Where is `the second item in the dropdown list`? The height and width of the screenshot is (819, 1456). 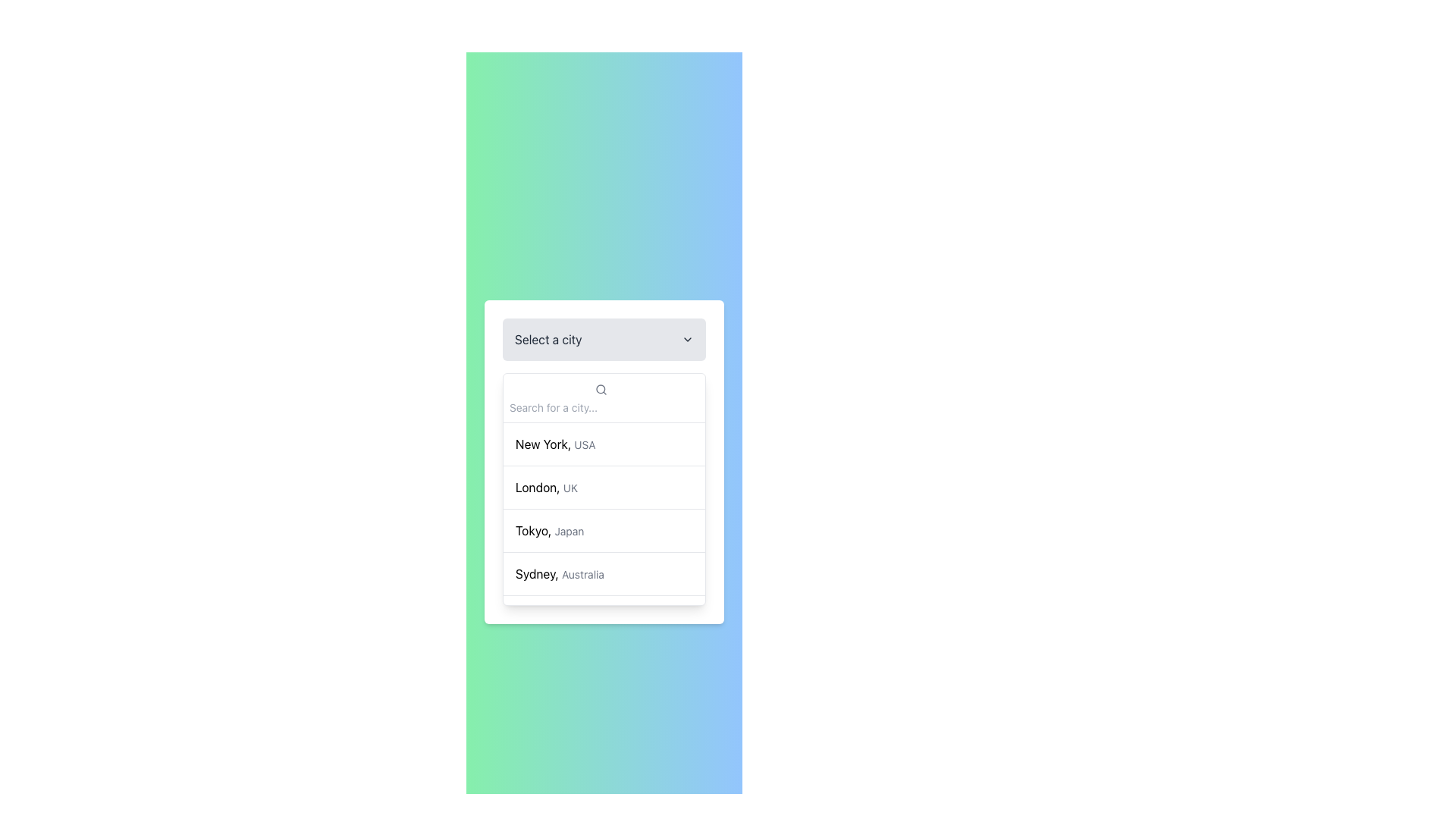
the second item in the dropdown list is located at coordinates (603, 488).